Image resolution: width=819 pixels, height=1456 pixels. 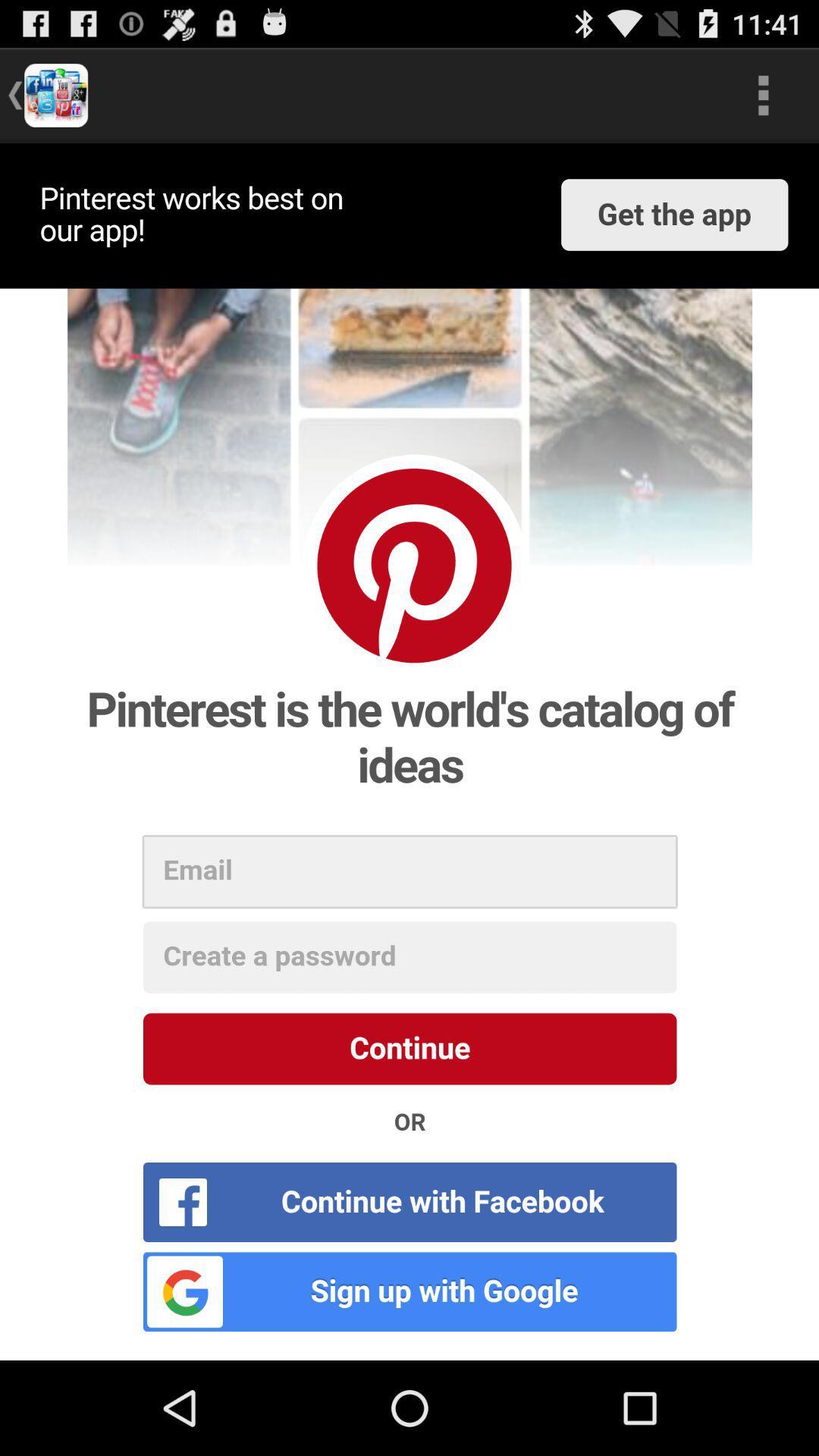 What do you see at coordinates (409, 752) in the screenshot?
I see `log in to app` at bounding box center [409, 752].